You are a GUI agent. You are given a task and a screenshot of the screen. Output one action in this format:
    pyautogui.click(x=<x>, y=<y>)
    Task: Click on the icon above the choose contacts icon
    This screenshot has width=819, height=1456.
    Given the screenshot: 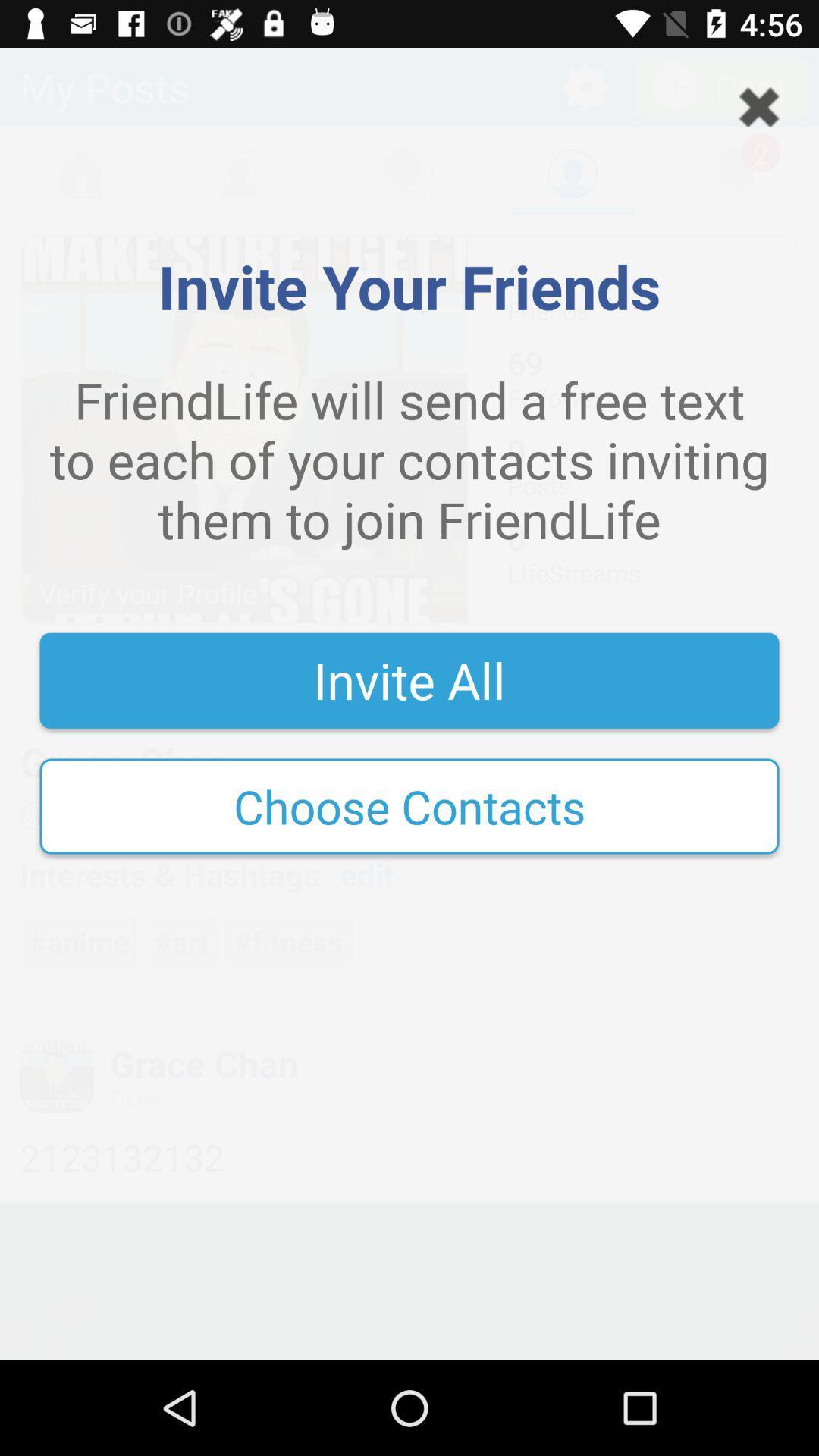 What is the action you would take?
    pyautogui.click(x=409, y=679)
    